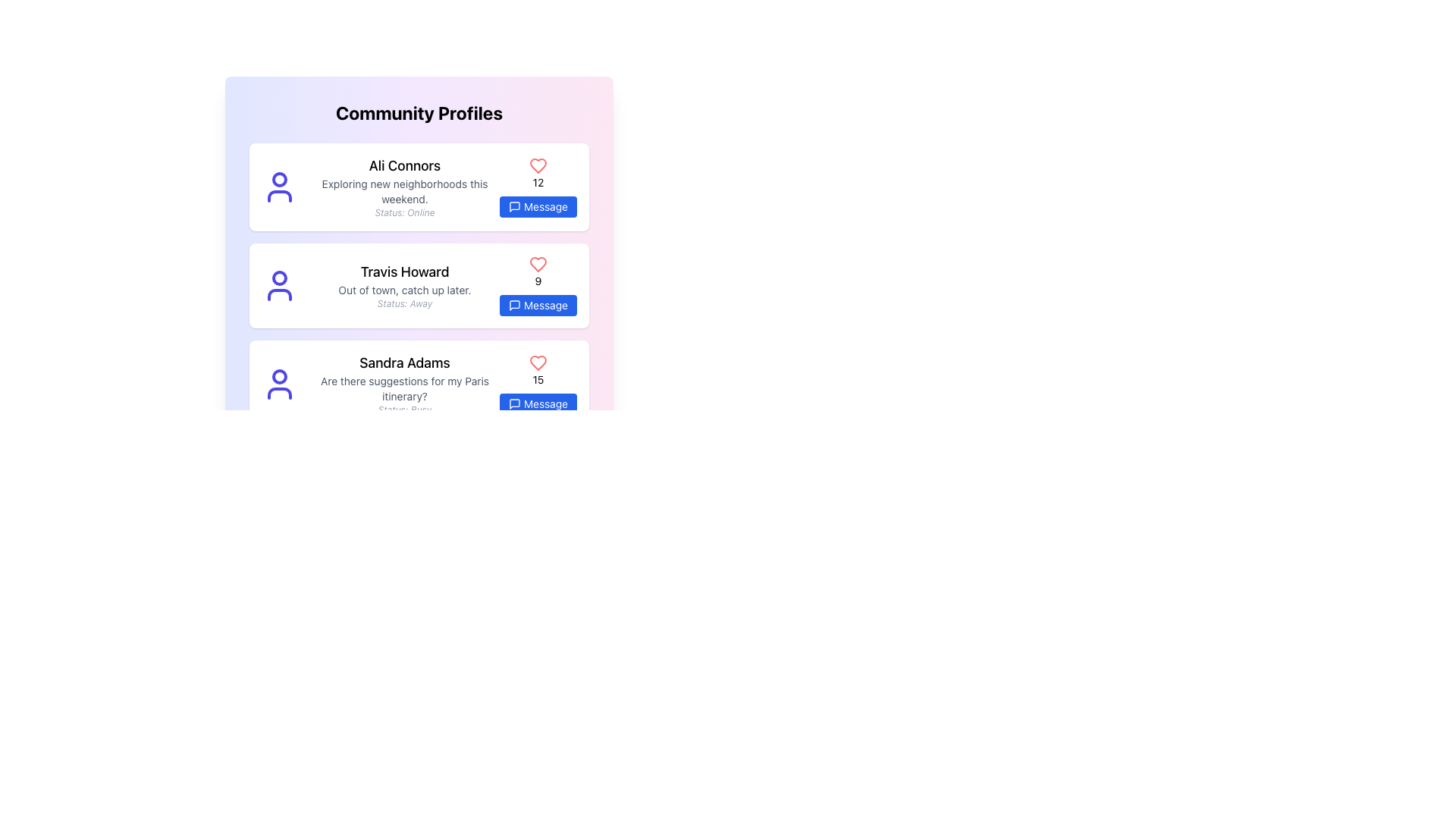 The image size is (1456, 819). What do you see at coordinates (404, 388) in the screenshot?
I see `the text label displaying 'Are there suggestions for my Paris itinerary?' located within Sandra Adams' profile card` at bounding box center [404, 388].